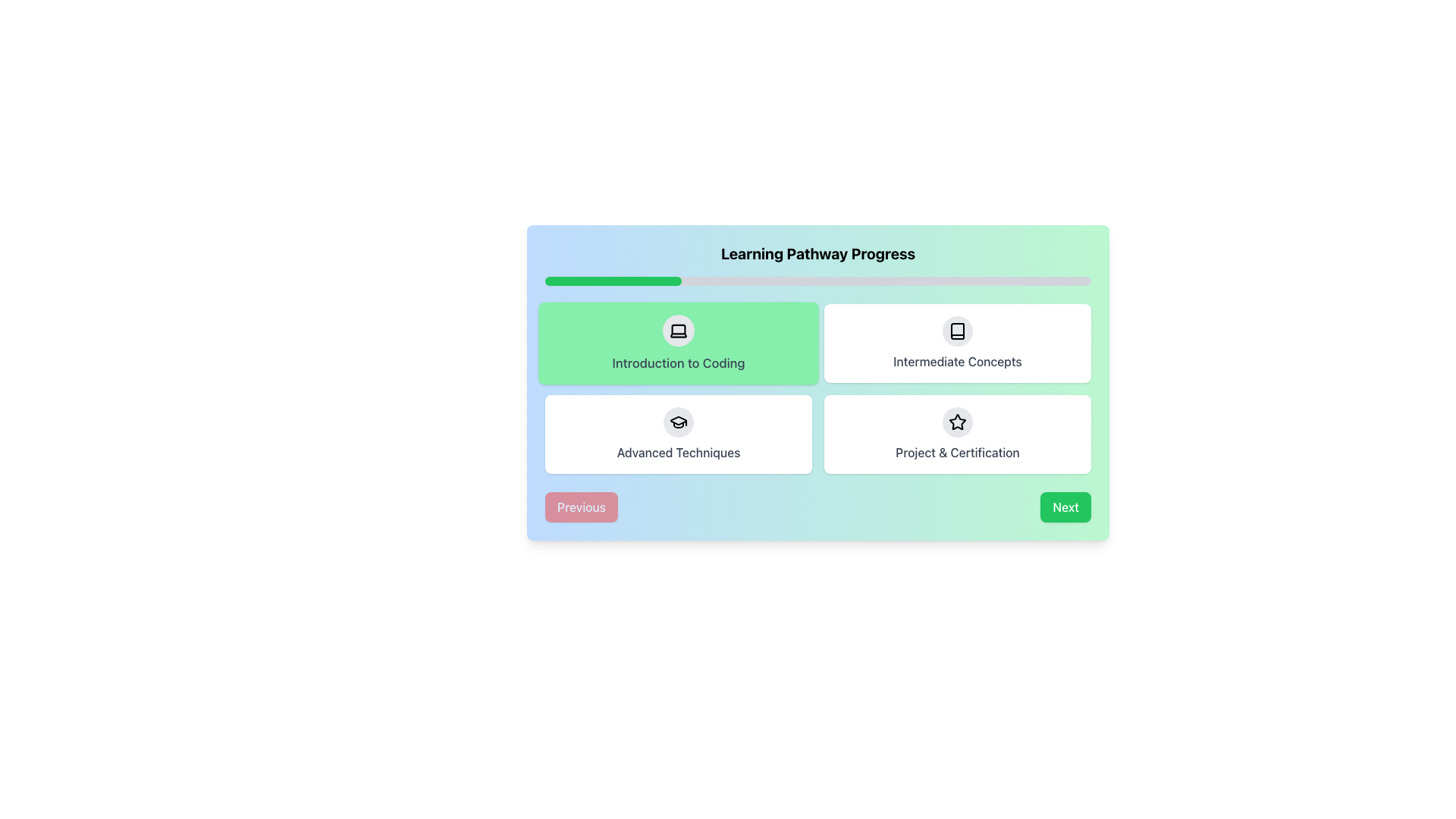 The image size is (1456, 819). What do you see at coordinates (956, 330) in the screenshot?
I see `the circular icon button with a gray background and a book icon, located at the top center of the 'Intermediate Concepts' card` at bounding box center [956, 330].